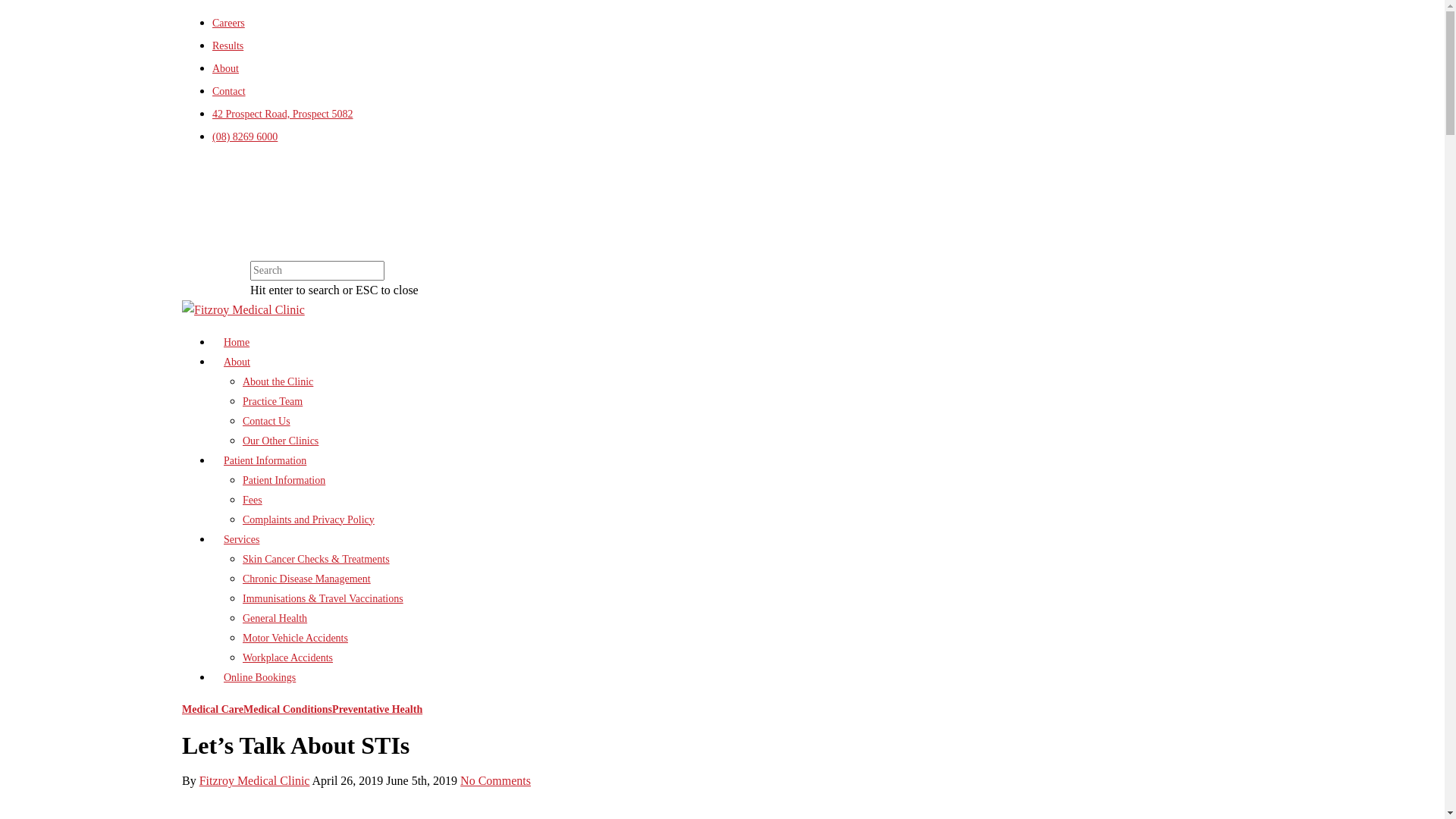 Image resolution: width=1456 pixels, height=819 pixels. Describe the element at coordinates (222, 342) in the screenshot. I see `'Home'` at that location.